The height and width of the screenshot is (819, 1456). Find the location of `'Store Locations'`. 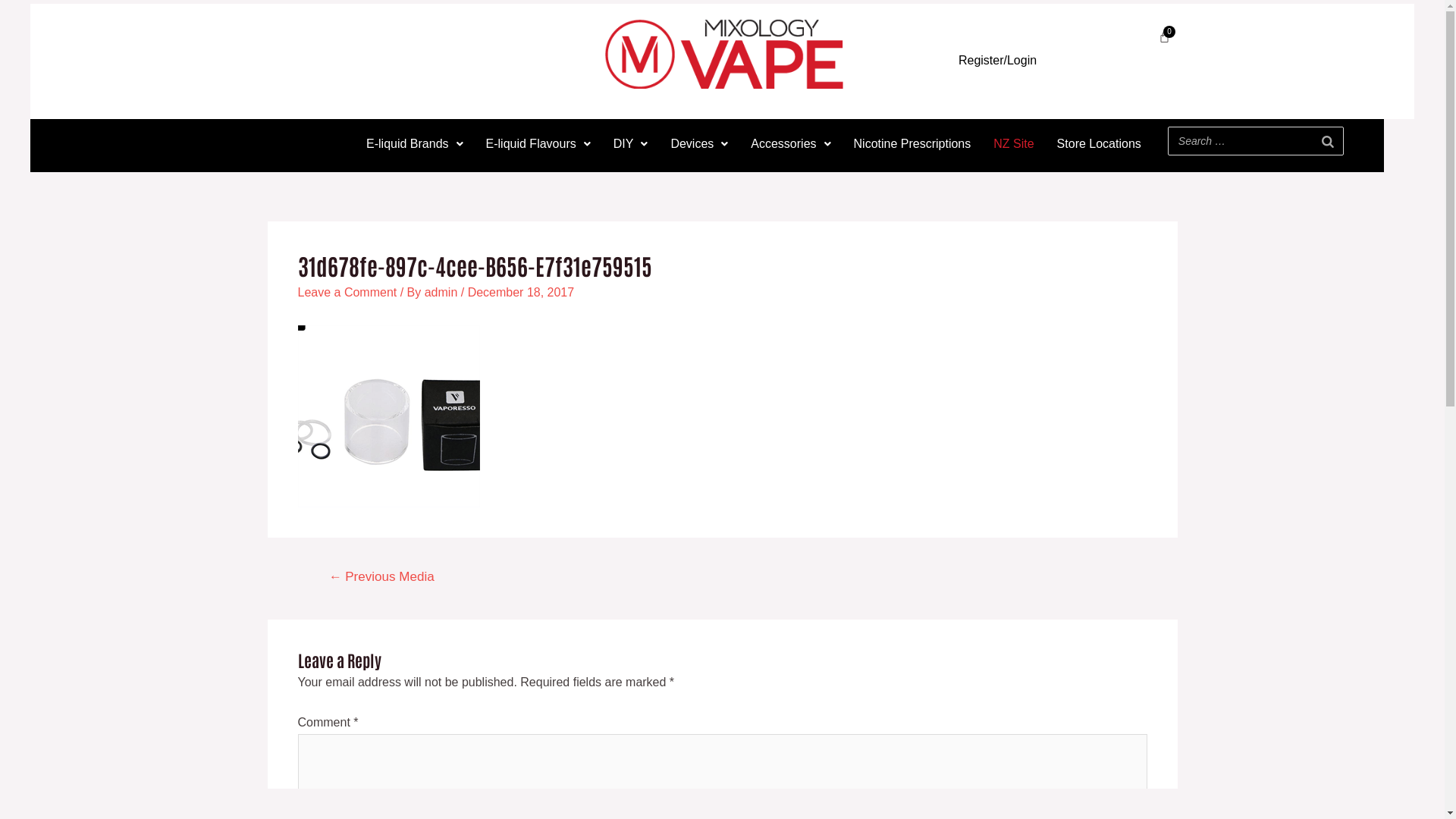

'Store Locations' is located at coordinates (1044, 143).